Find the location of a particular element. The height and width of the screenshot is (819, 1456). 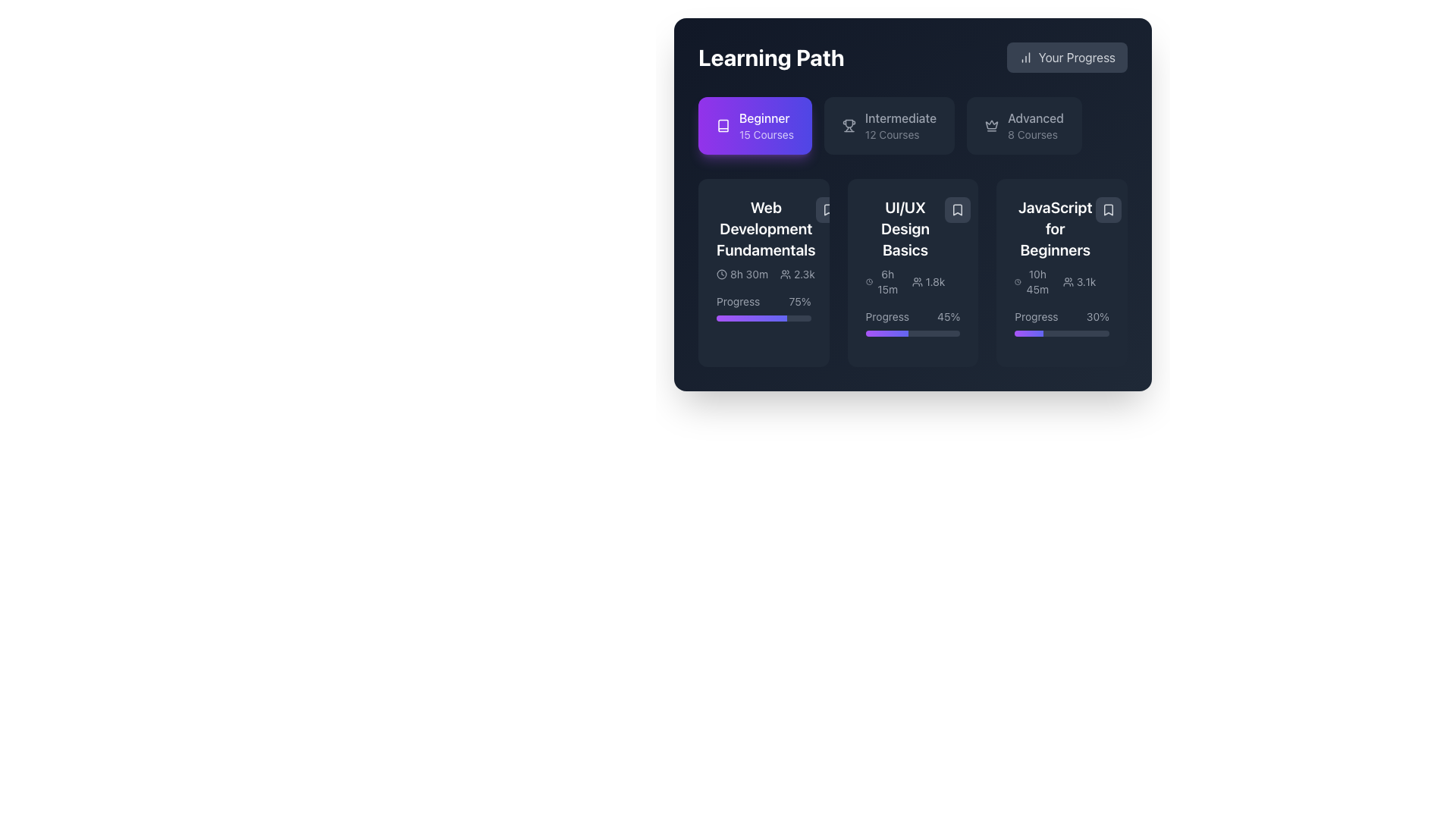

the bookmark icon button in the top-right corner of the 'UI/UX Design Basics' card is located at coordinates (957, 210).